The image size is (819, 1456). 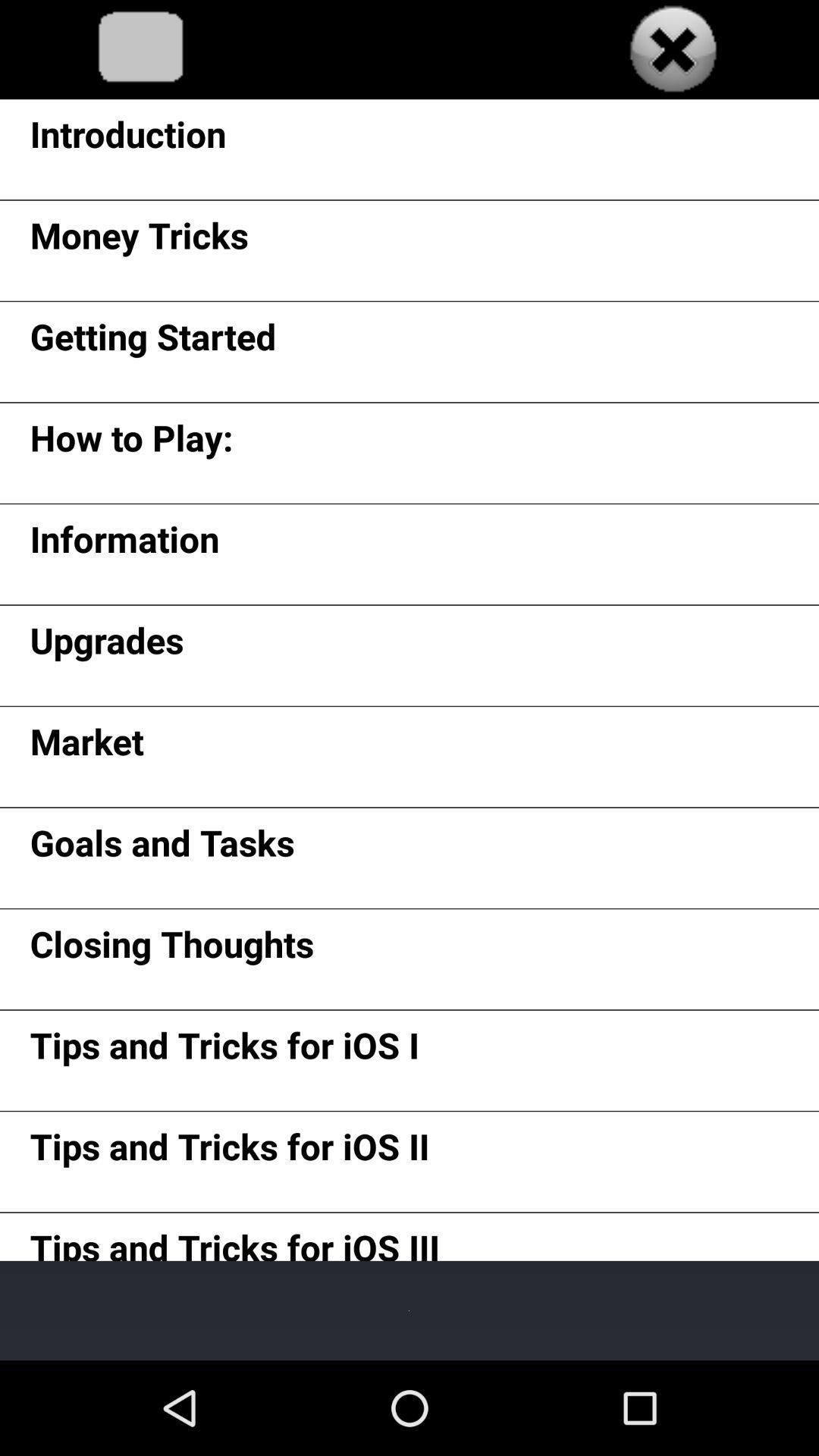 What do you see at coordinates (86, 747) in the screenshot?
I see `item above goals and tasks` at bounding box center [86, 747].